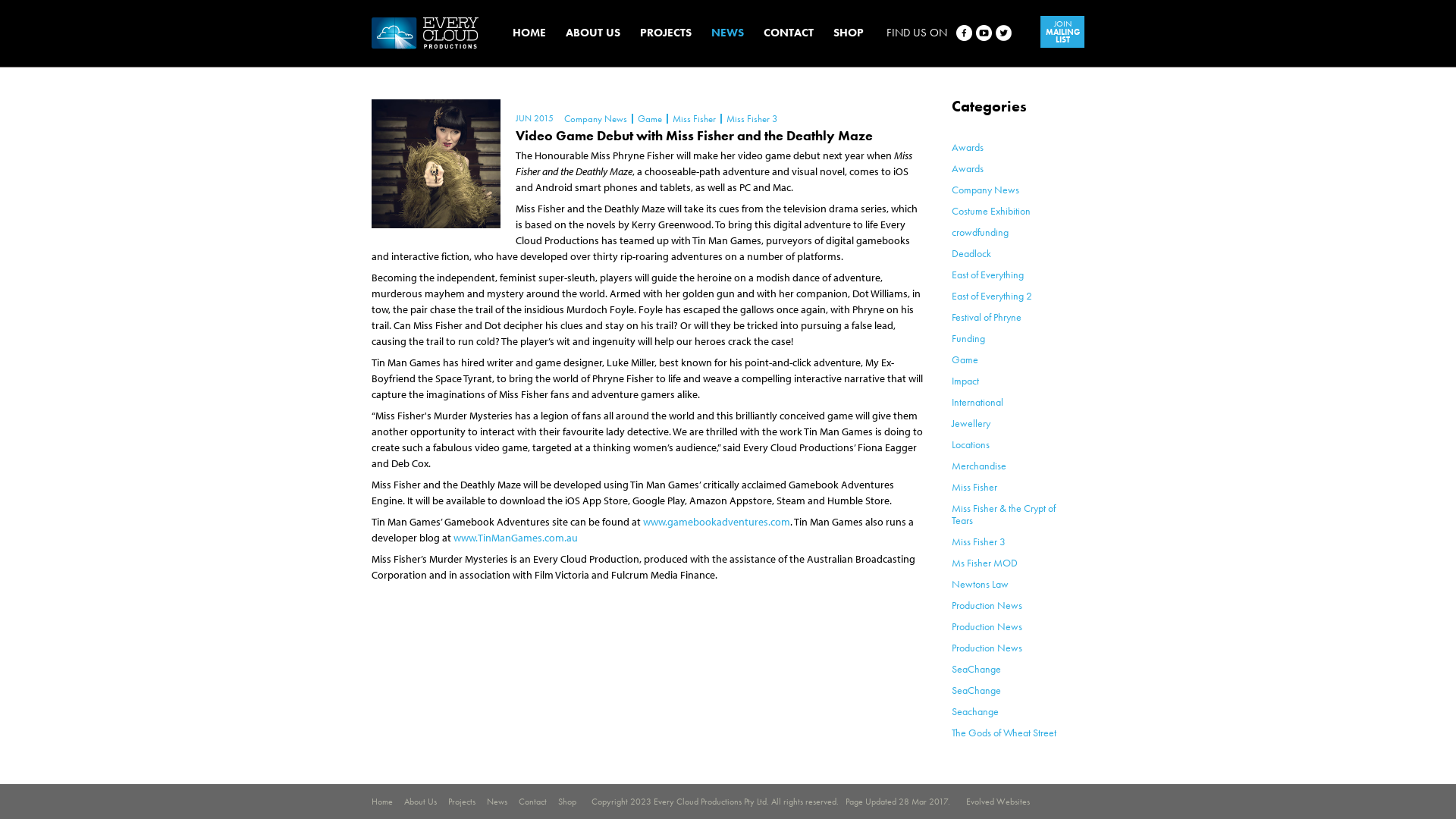  Describe the element at coordinates (716, 520) in the screenshot. I see `'www.gamebookadventures.com'` at that location.